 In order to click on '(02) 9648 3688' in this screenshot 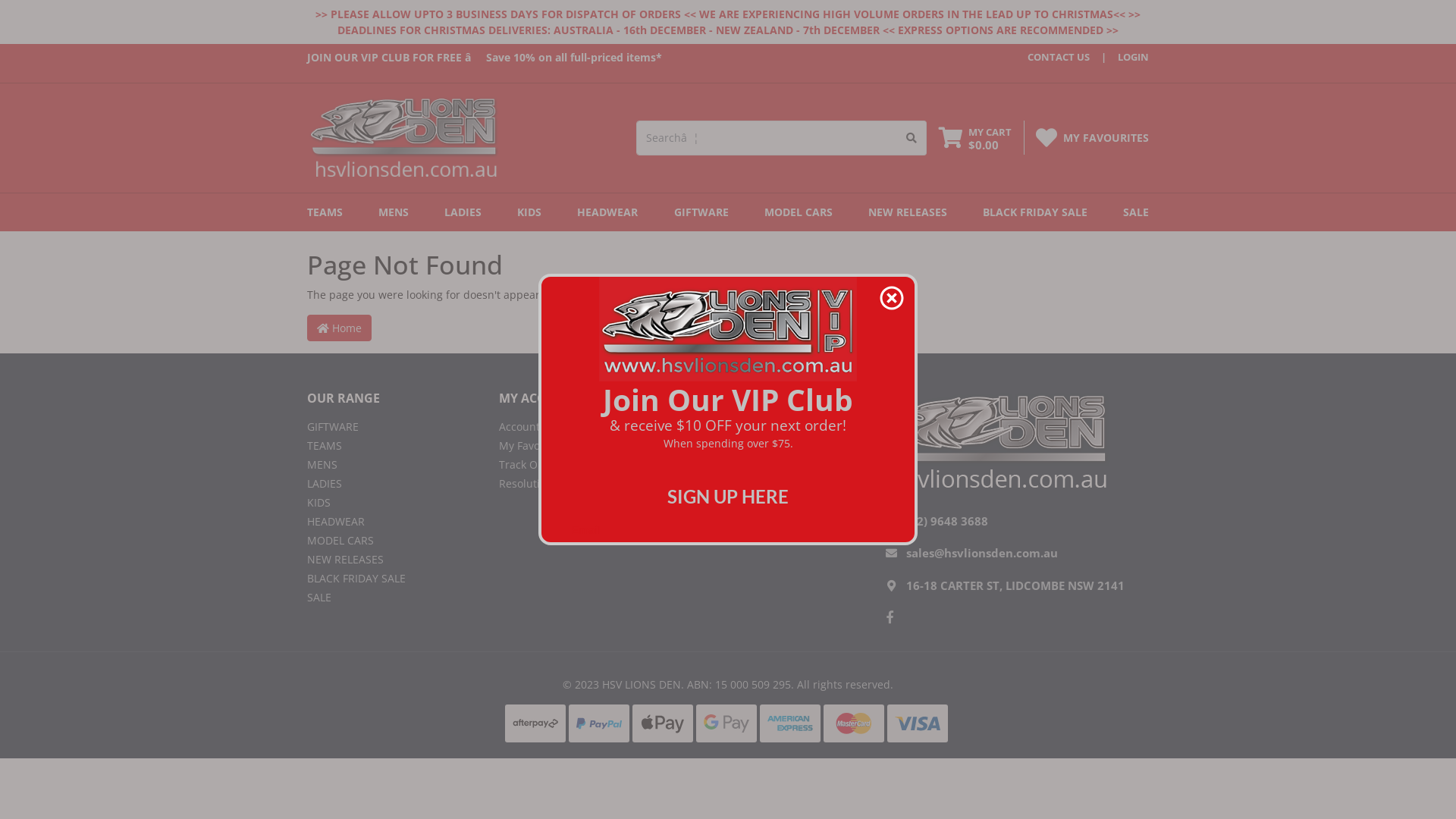, I will do `click(946, 519)`.